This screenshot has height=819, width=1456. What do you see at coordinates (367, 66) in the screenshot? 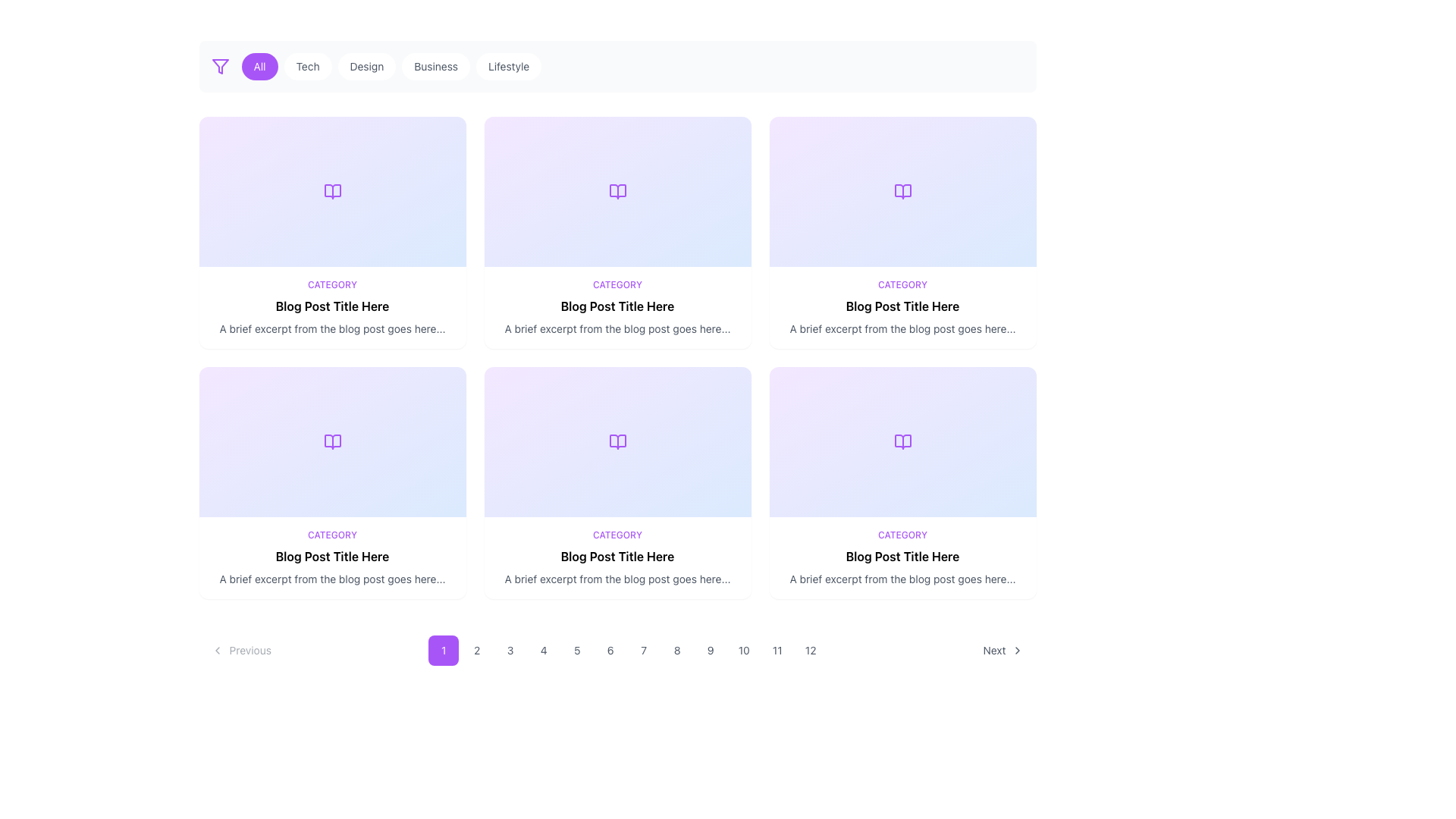
I see `the 'Design' filter button located in the top-middle of the interface to change its background color` at bounding box center [367, 66].